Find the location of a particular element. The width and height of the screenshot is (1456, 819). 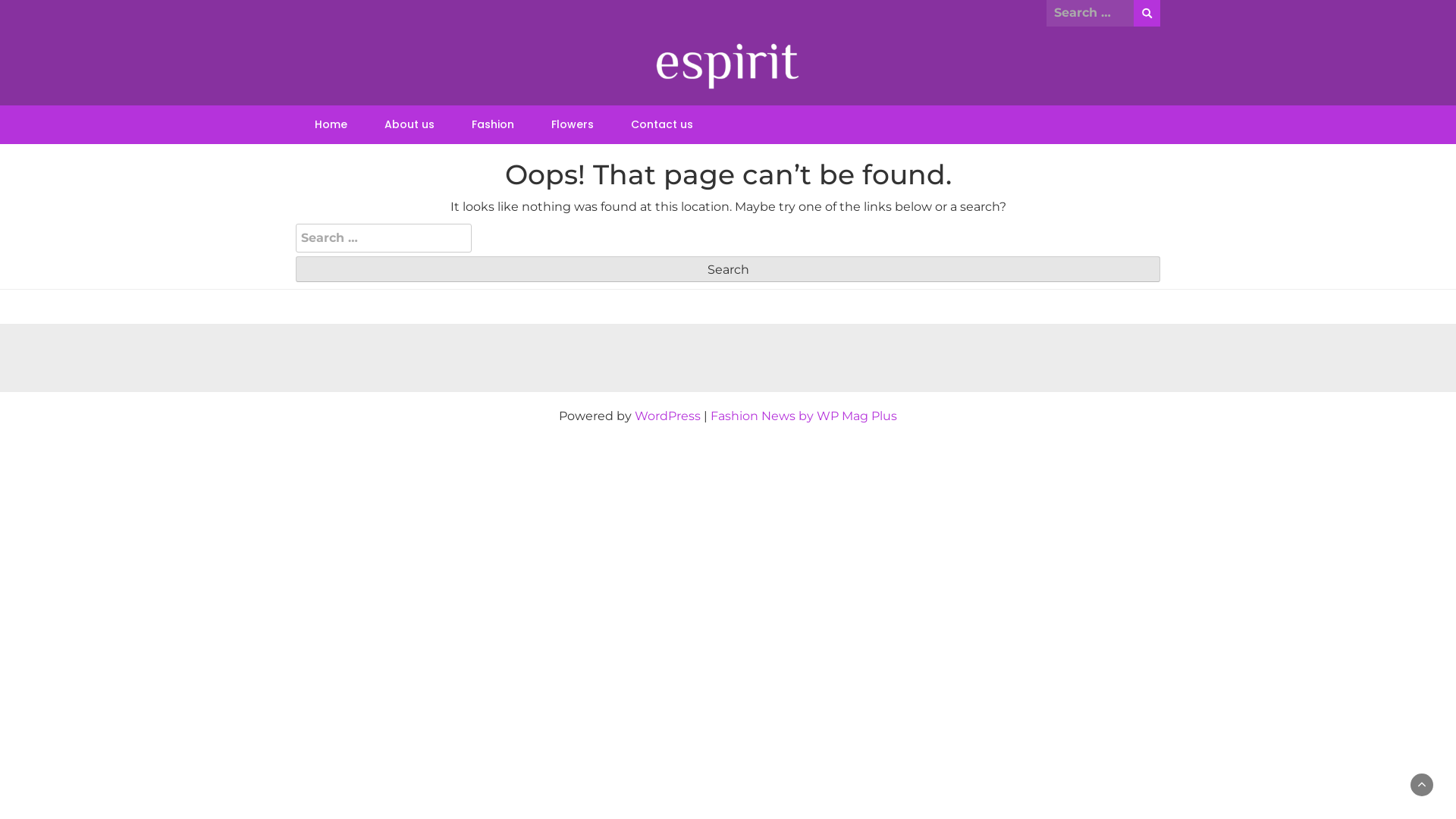

'Flowers' is located at coordinates (571, 124).